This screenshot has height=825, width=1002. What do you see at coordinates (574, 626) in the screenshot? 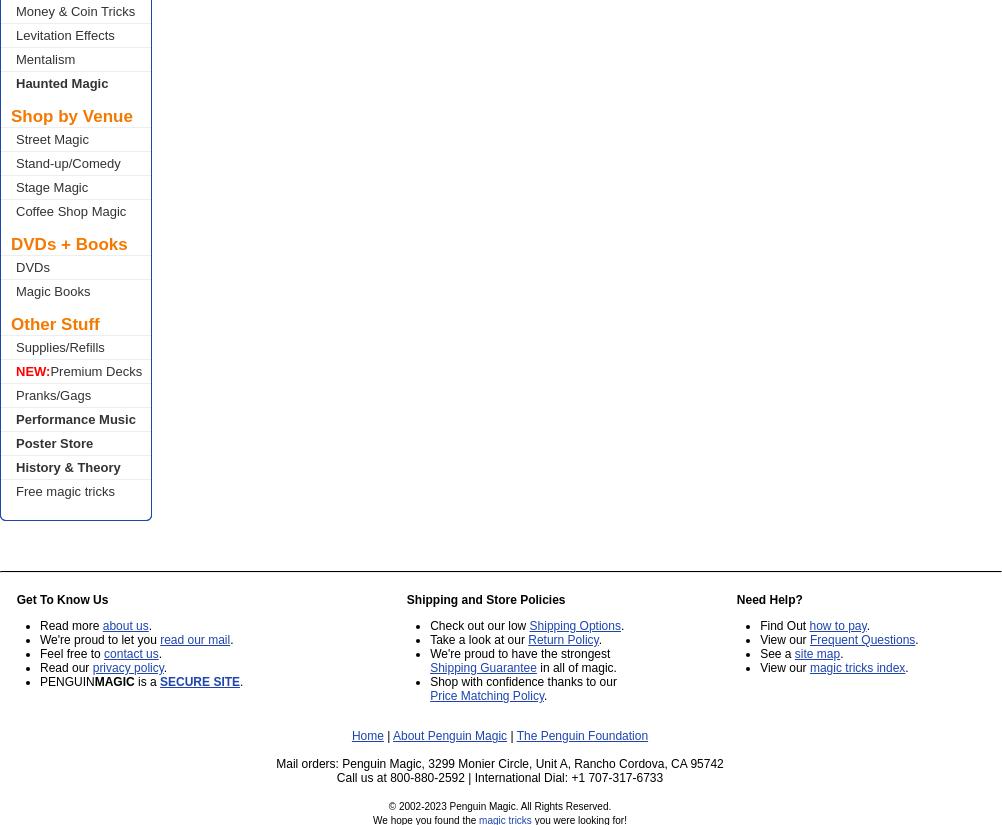
I see `'Shipping Options'` at bounding box center [574, 626].